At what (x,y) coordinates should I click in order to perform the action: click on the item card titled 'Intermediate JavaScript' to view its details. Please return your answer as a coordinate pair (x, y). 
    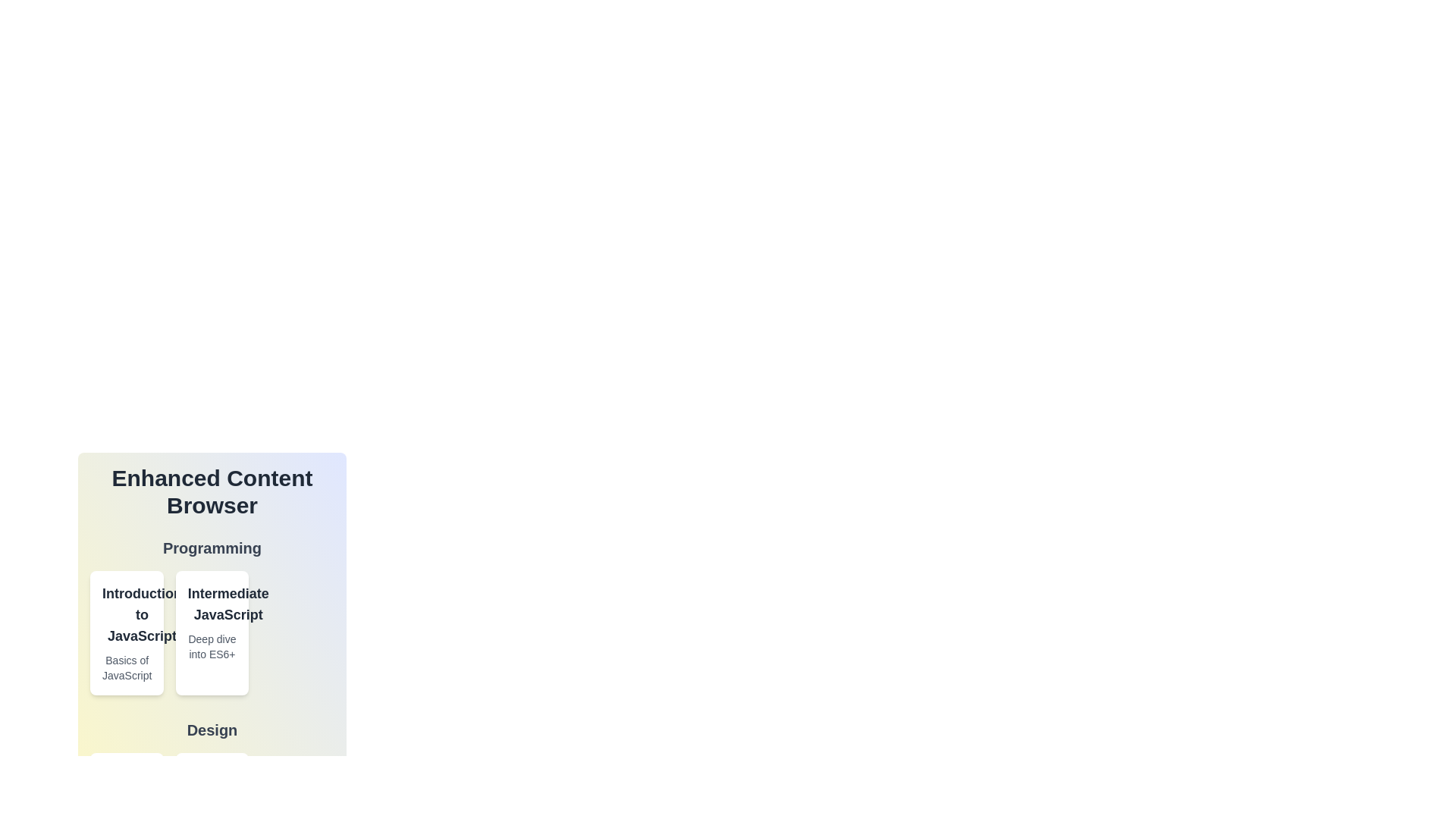
    Looking at the image, I should click on (227, 604).